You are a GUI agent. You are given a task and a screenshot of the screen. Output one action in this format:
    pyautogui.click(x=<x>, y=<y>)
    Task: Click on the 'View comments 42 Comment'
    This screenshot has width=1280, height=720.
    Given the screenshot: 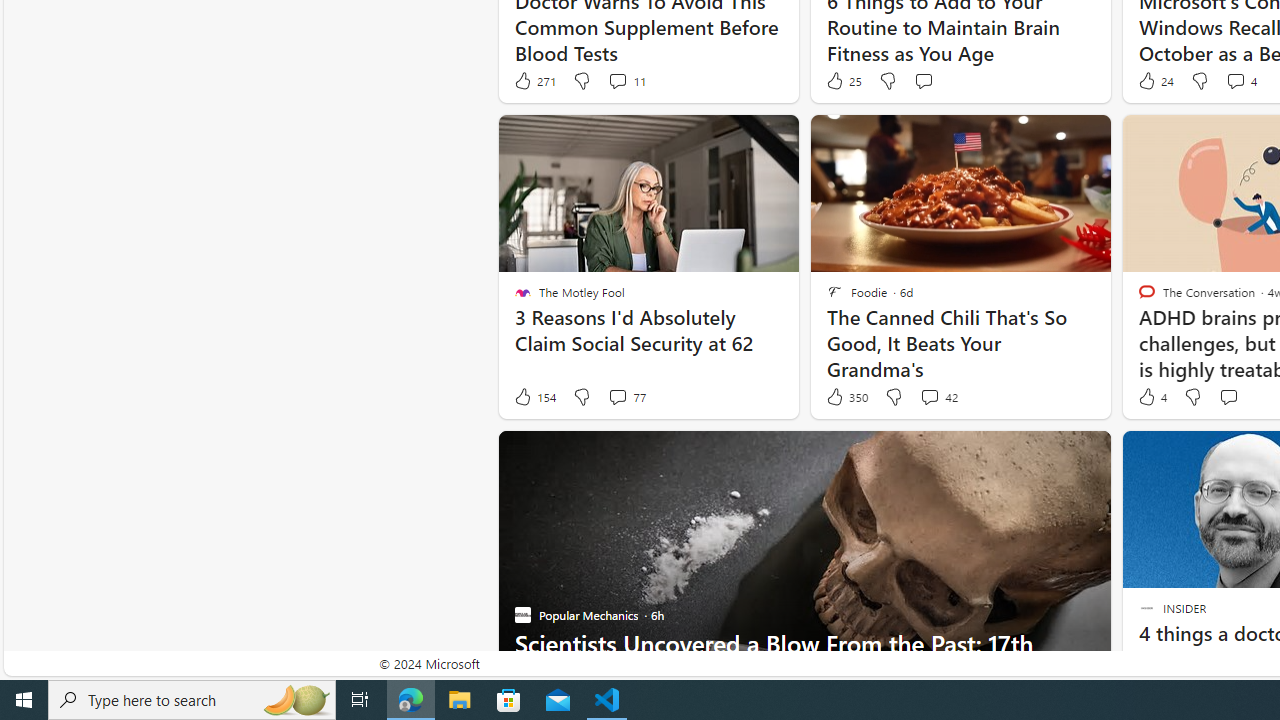 What is the action you would take?
    pyautogui.click(x=937, y=397)
    